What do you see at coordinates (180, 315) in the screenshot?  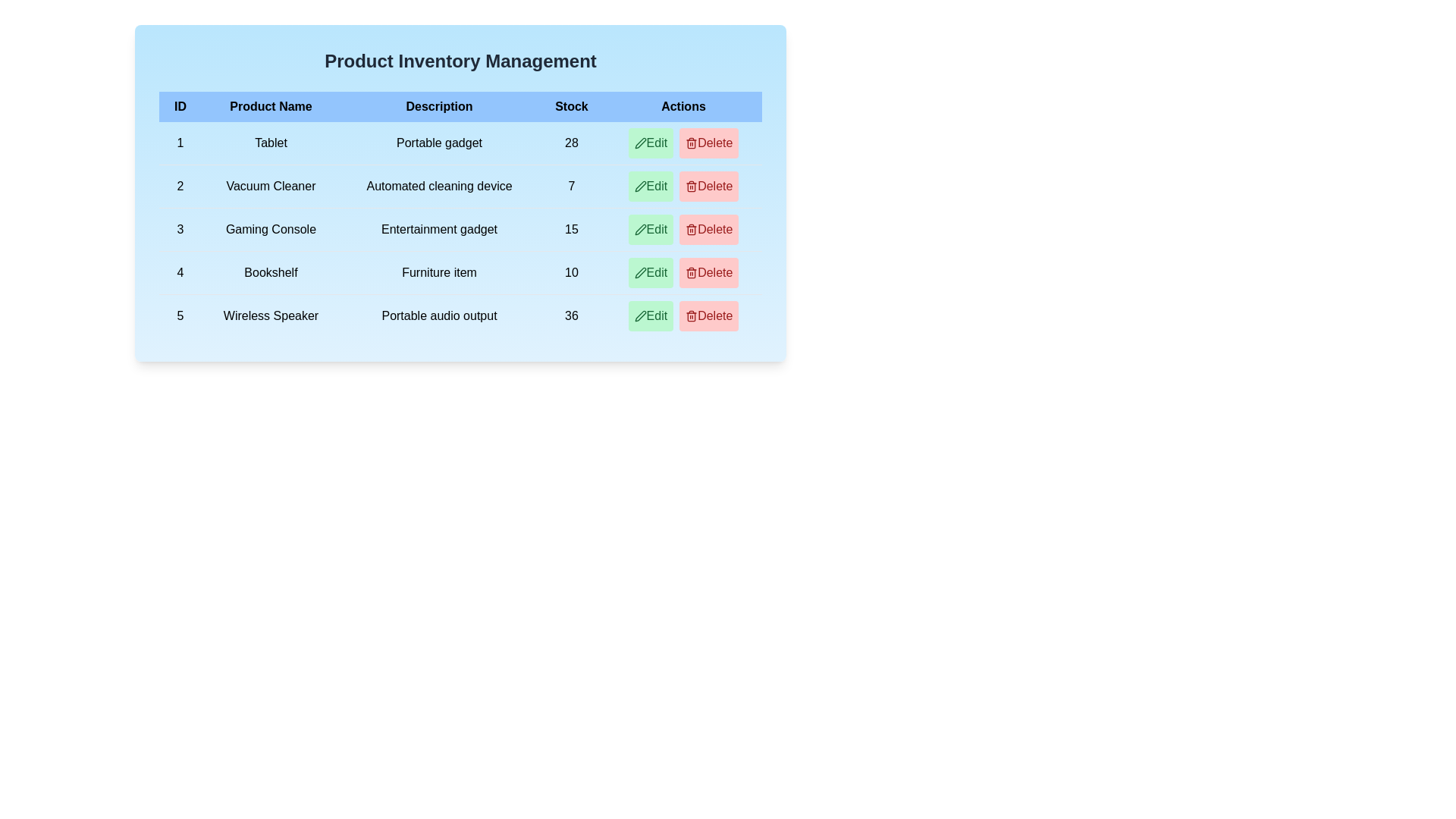 I see `the unique identifier text element for the 'Wireless Speaker' entry in the table, which is located in the first column of its row` at bounding box center [180, 315].